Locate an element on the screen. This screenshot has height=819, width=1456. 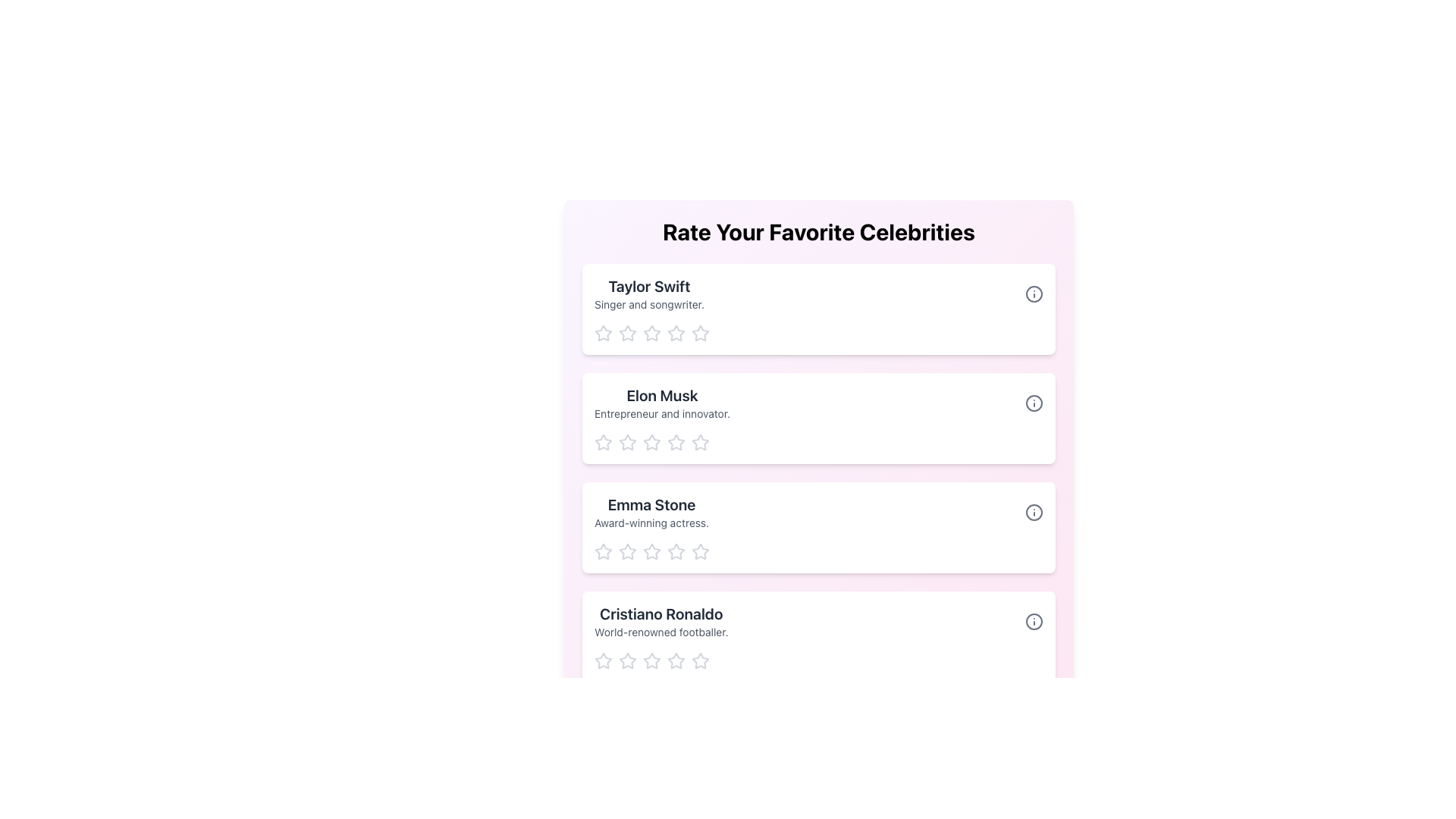
the text block containing the headline 'Elon Musk' and subtitle 'Entrepreneur and innovator.' to interact with adjacent items in the list is located at coordinates (662, 403).